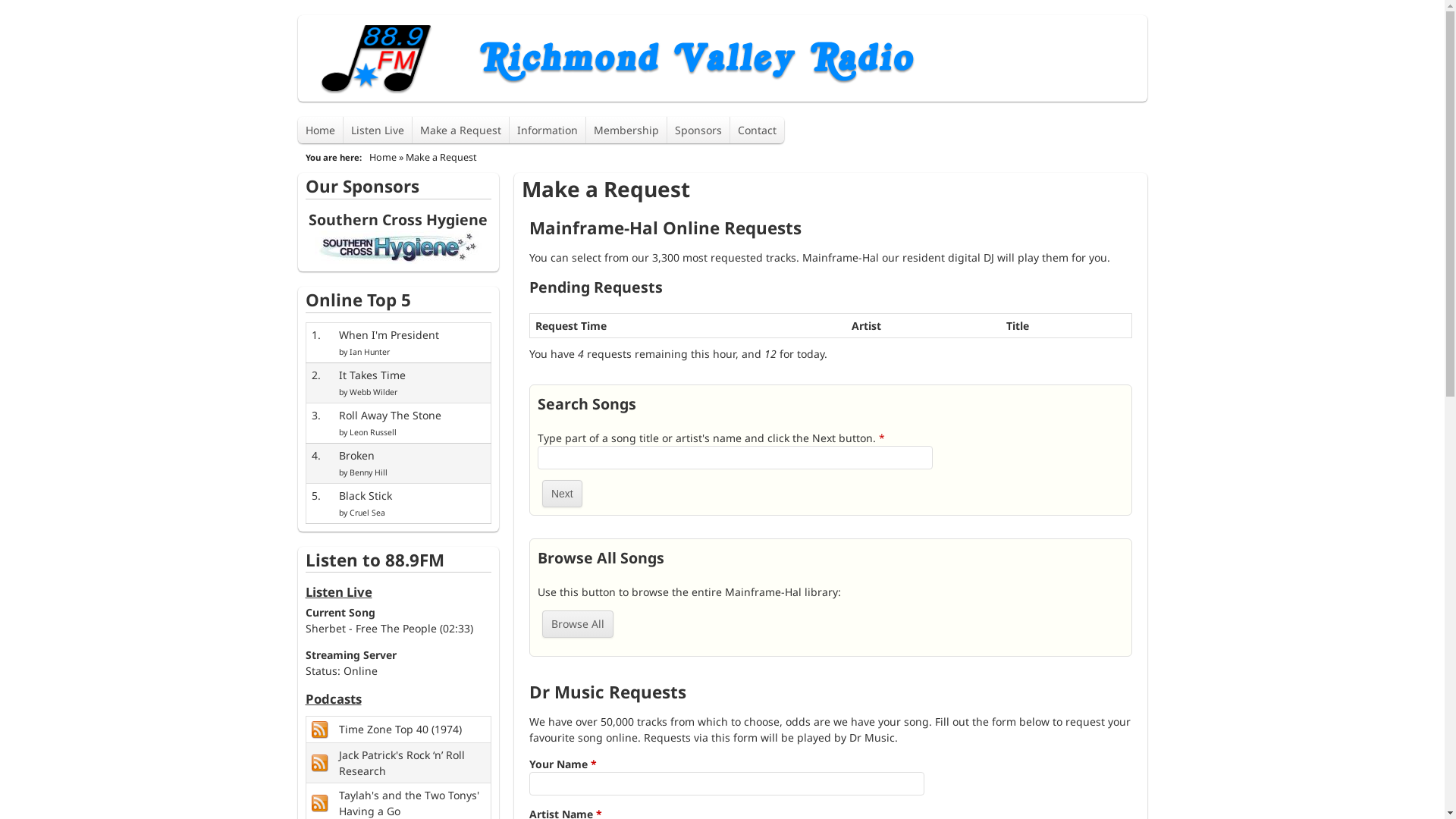 The width and height of the screenshot is (1456, 819). Describe the element at coordinates (698, 129) in the screenshot. I see `'Sponsors'` at that location.